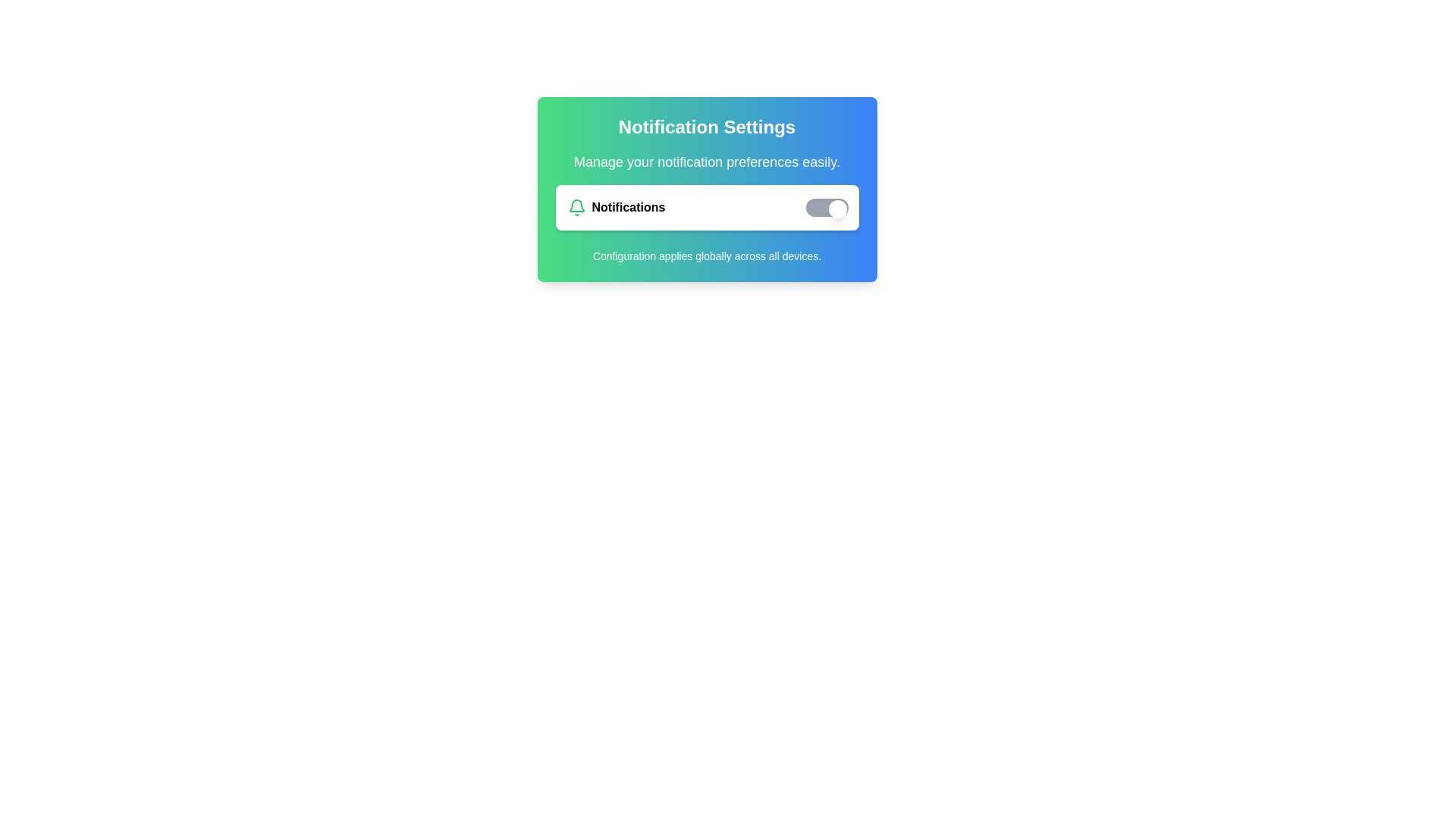  What do you see at coordinates (628, 207) in the screenshot?
I see `the bold, black-colored text reading 'Notifications', which is positioned between a bell icon and a toggle switch in the notification settings group` at bounding box center [628, 207].